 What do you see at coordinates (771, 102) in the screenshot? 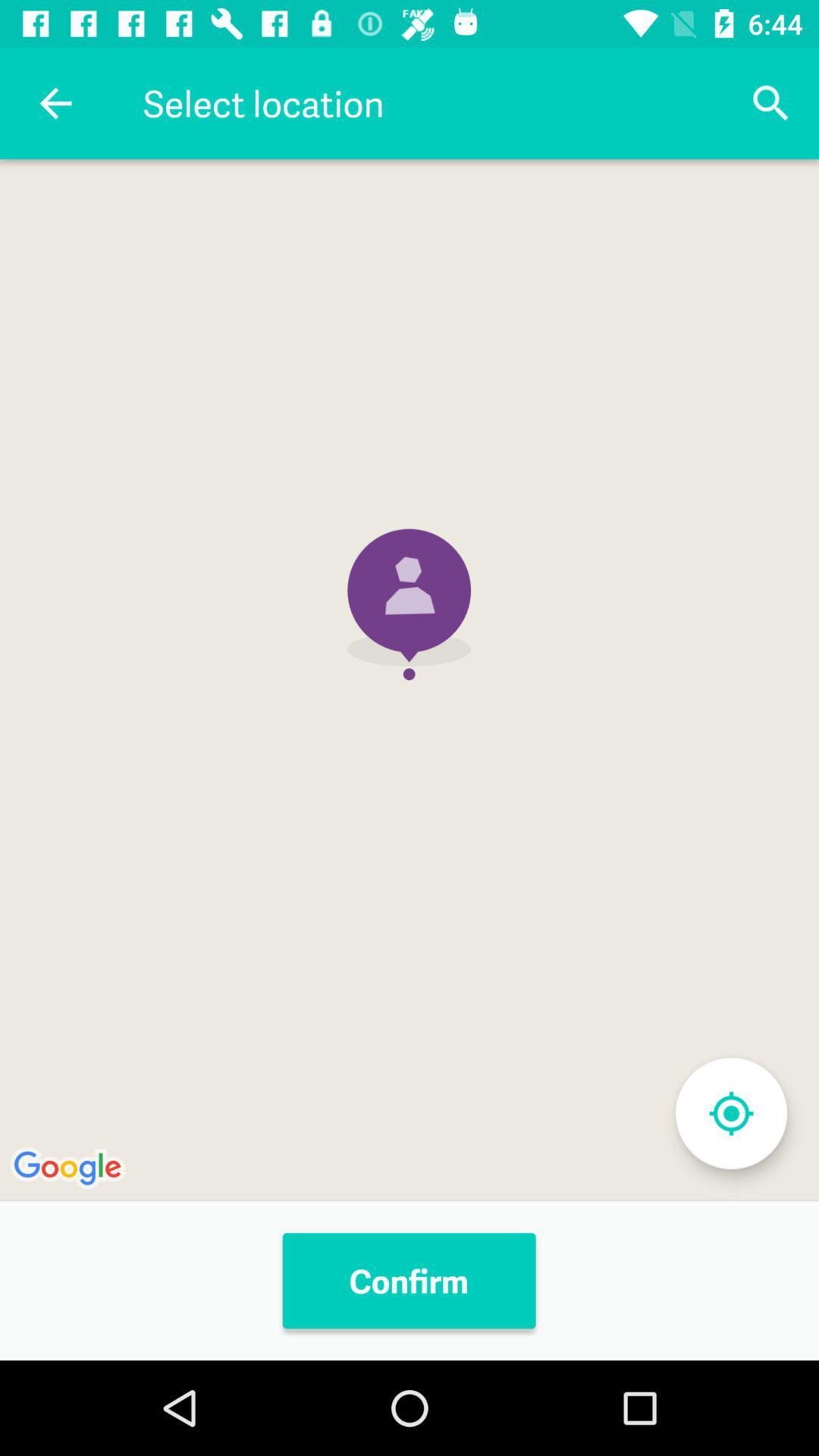
I see `the item next to the select location` at bounding box center [771, 102].